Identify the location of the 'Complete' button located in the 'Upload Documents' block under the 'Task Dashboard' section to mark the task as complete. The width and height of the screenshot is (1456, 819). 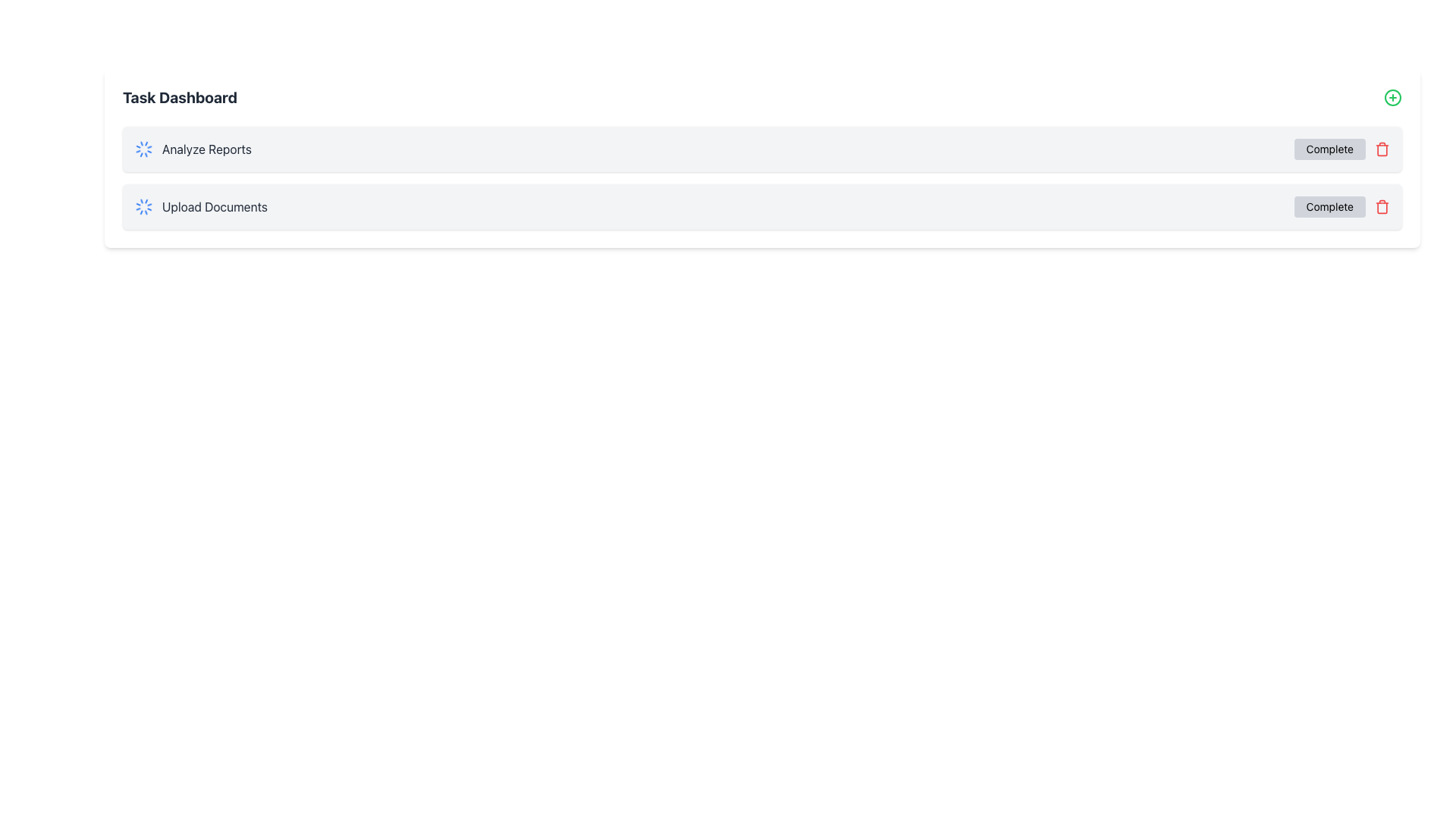
(1341, 207).